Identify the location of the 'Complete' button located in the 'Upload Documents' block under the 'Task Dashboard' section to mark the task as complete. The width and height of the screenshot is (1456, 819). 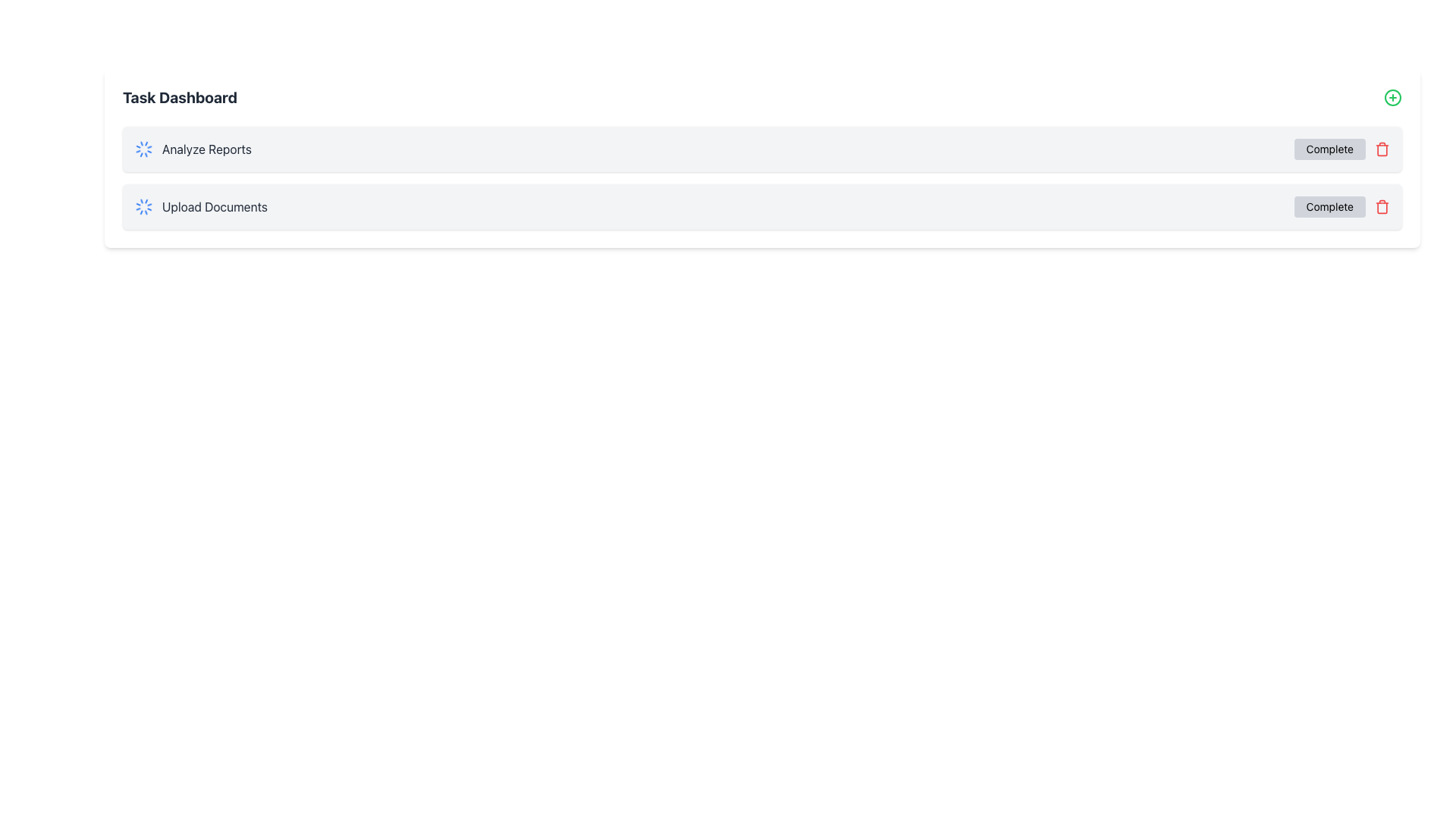
(1341, 207).